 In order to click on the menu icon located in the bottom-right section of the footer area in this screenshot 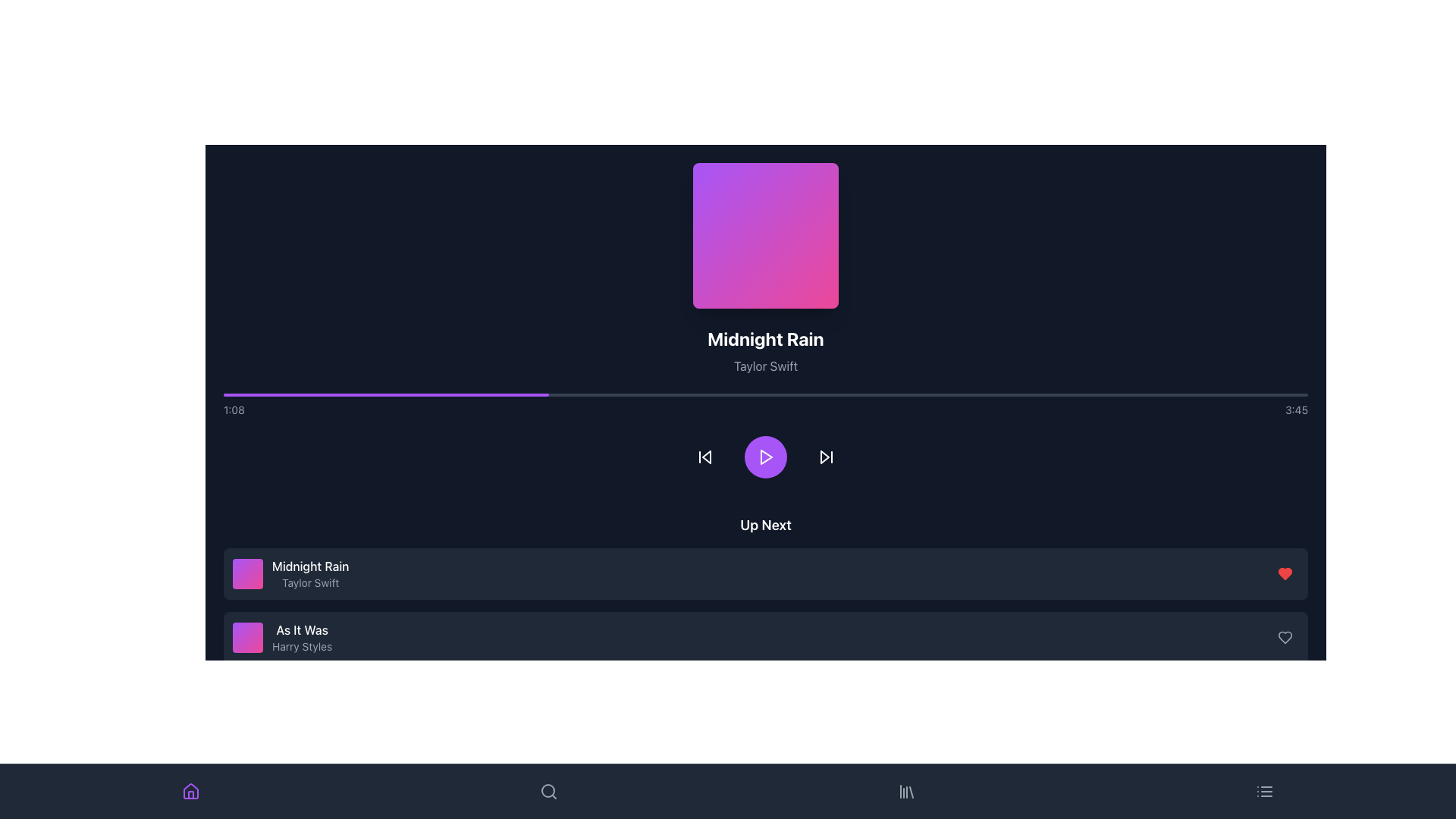, I will do `click(1265, 791)`.